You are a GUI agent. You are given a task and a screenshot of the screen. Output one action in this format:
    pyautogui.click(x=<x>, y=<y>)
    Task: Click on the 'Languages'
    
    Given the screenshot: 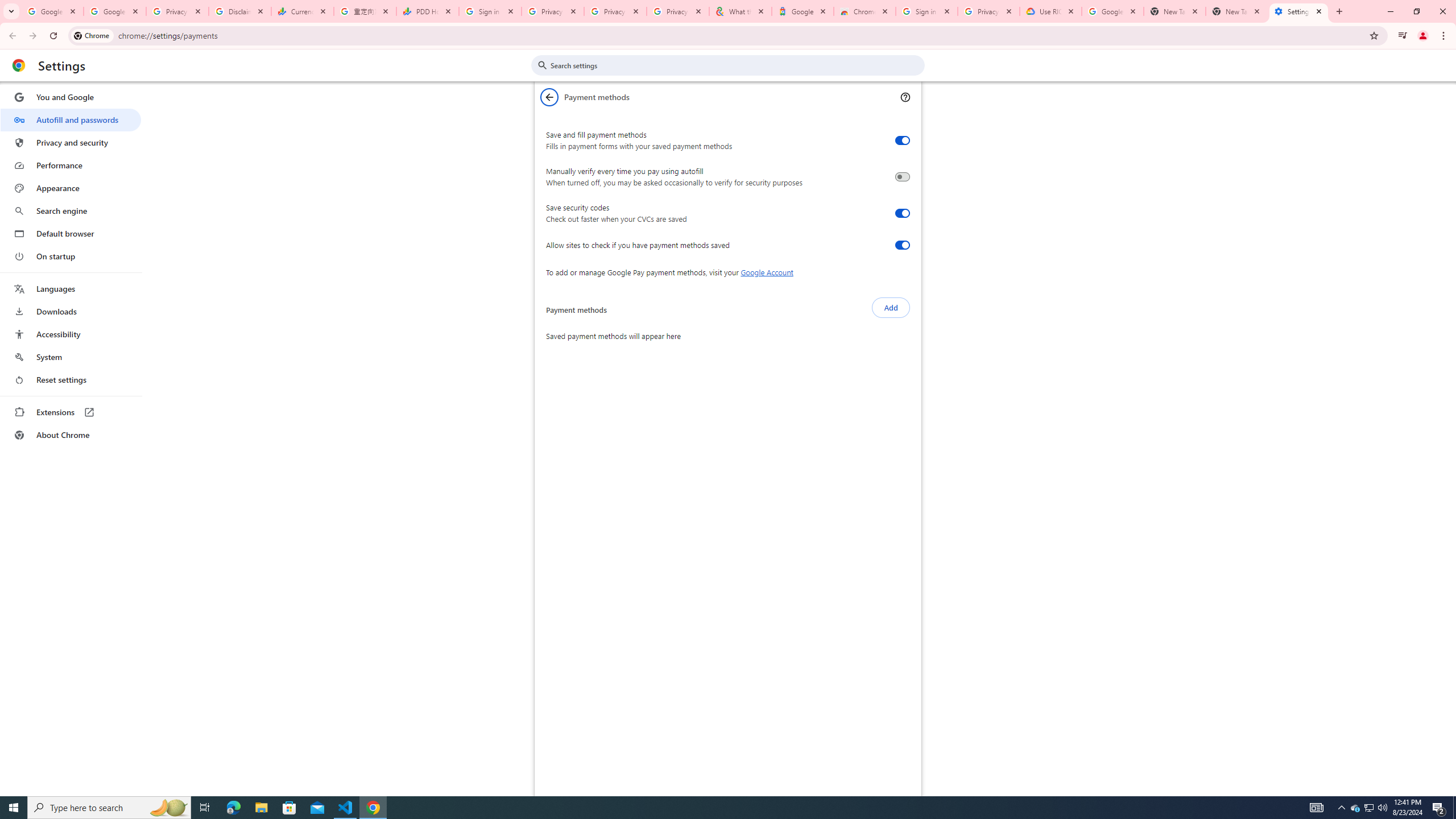 What is the action you would take?
    pyautogui.click(x=70, y=289)
    